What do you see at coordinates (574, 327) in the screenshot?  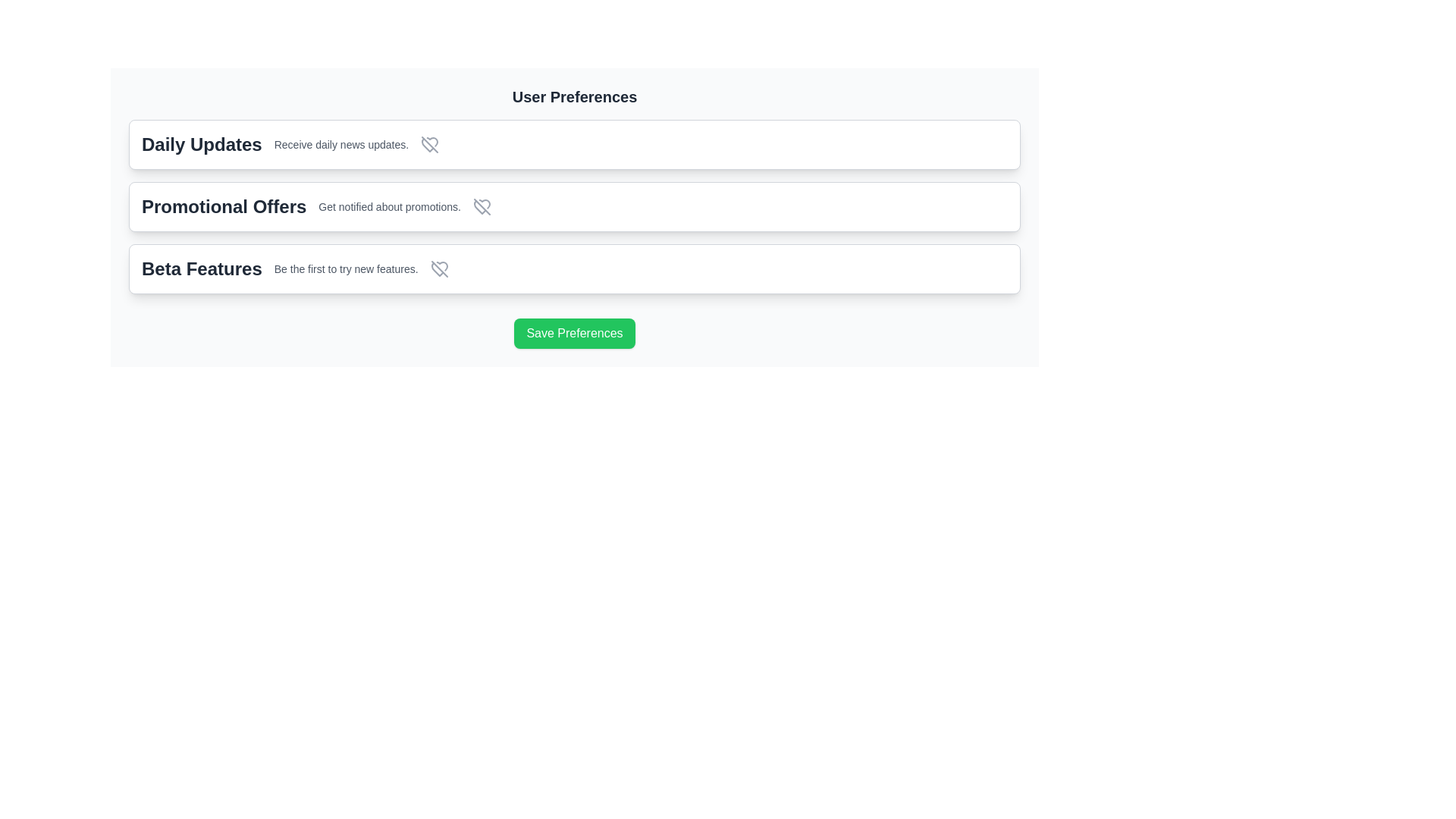 I see `the button located at the bottom of the 'User Preferences' section` at bounding box center [574, 327].